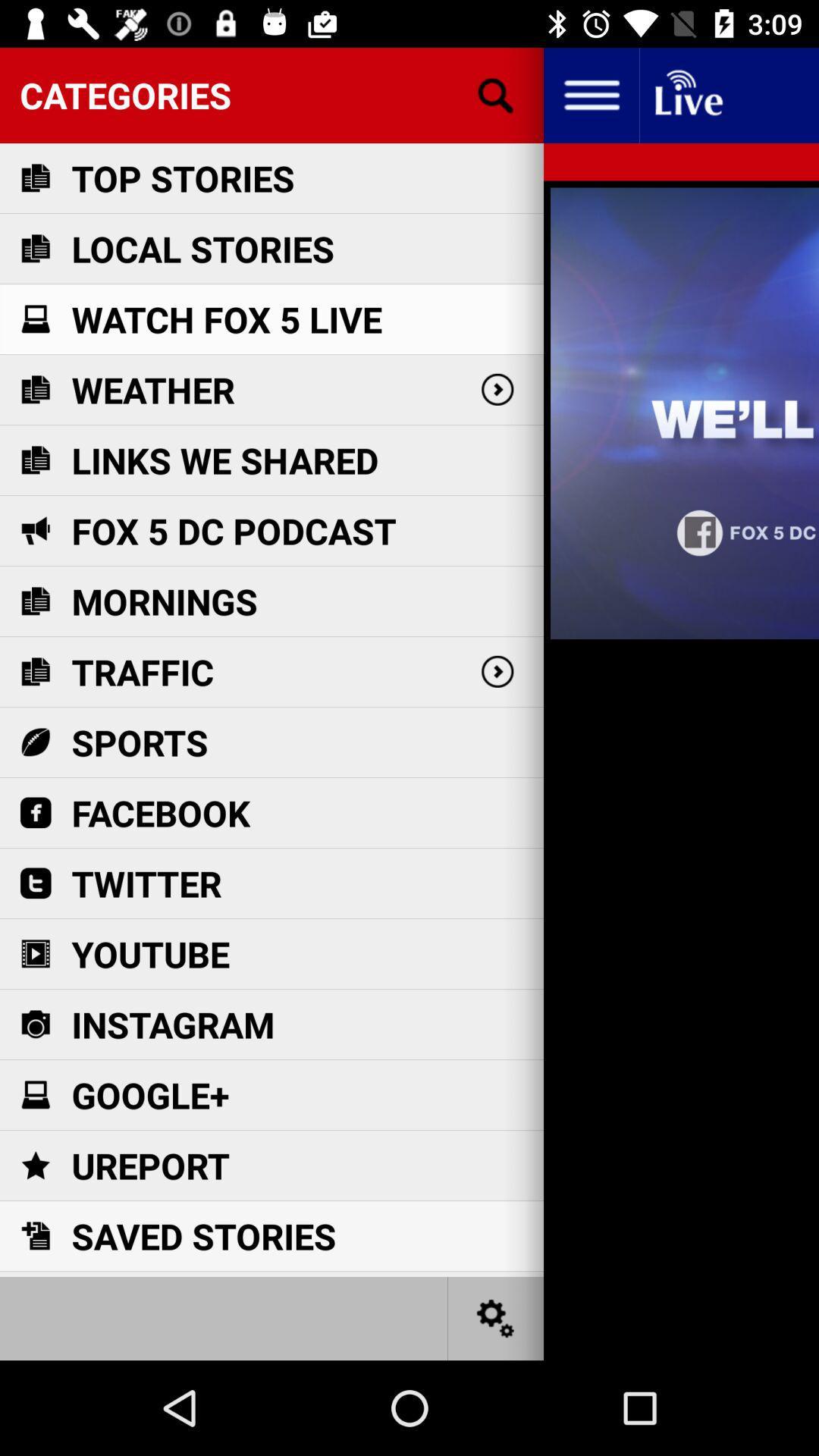 This screenshot has height=1456, width=819. What do you see at coordinates (140, 742) in the screenshot?
I see `item below the traffic item` at bounding box center [140, 742].